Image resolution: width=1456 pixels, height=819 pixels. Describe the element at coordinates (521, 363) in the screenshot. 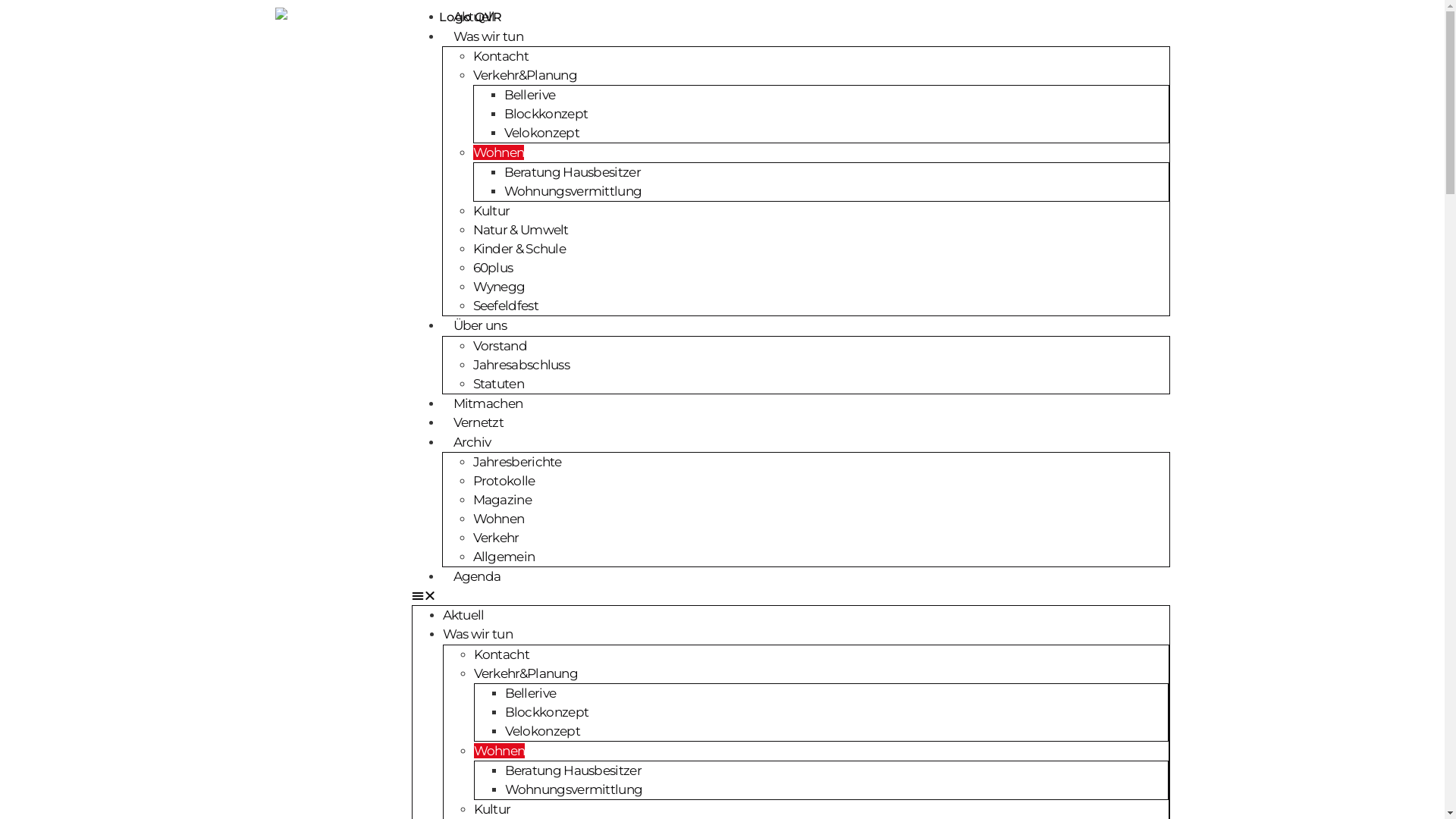

I see `'Jahresabschluss'` at that location.